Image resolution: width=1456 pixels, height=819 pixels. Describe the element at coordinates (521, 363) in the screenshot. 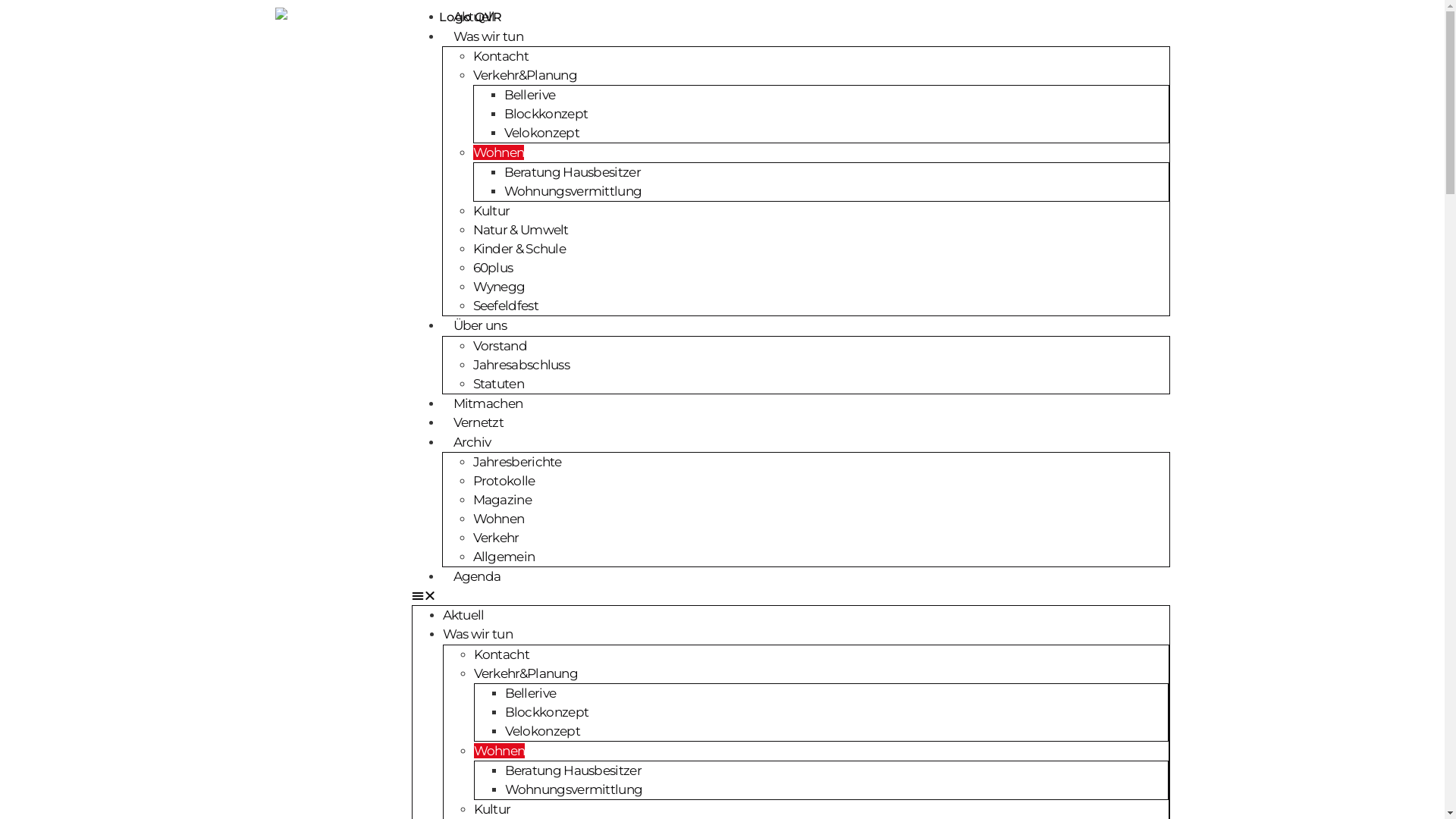

I see `'Jahresabschluss'` at that location.